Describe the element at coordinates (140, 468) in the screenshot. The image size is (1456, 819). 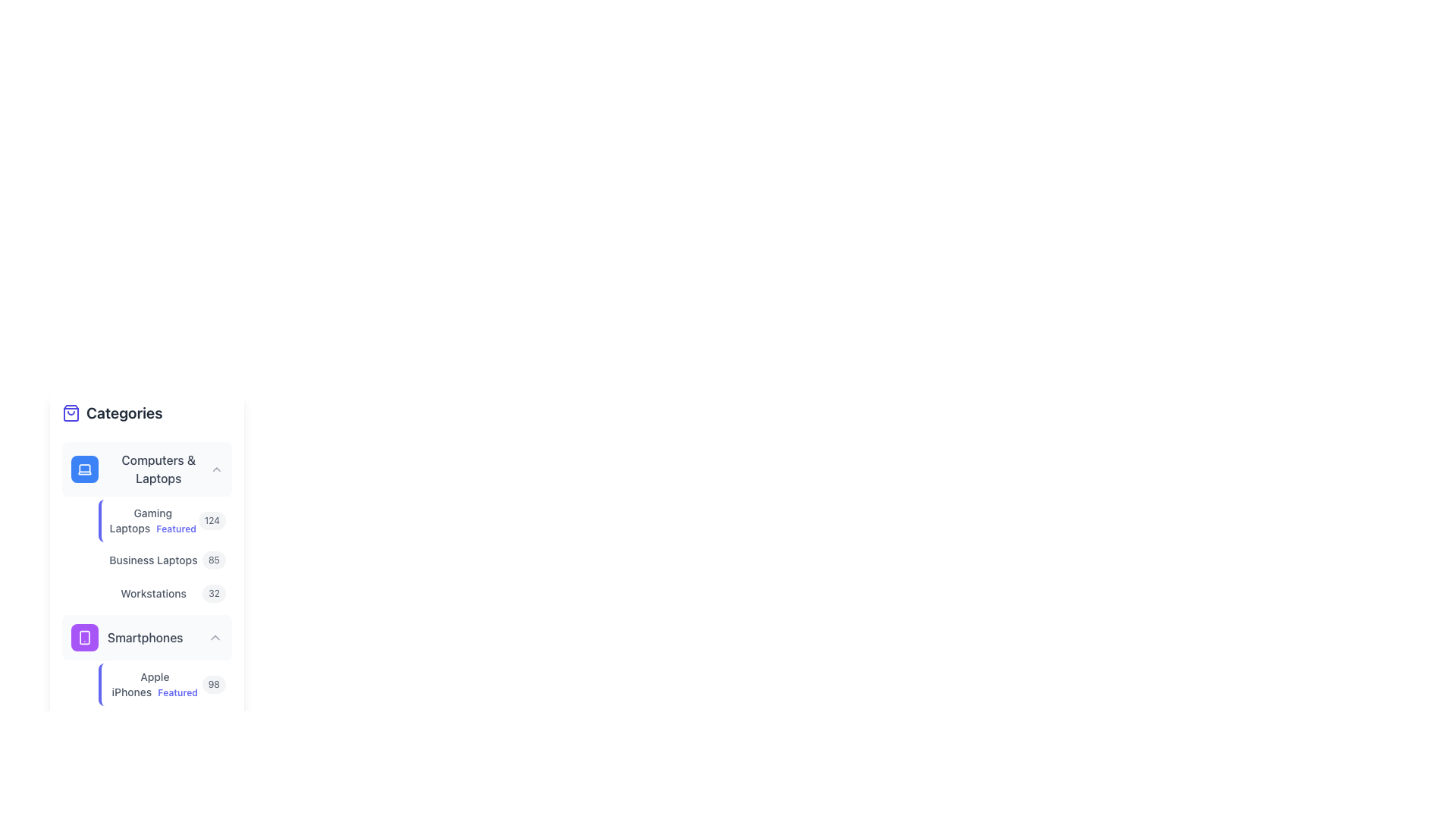
I see `to select the category 'Computers & Laptops', which is the first item in the vertical list of categories under the heading 'Categories'` at that location.